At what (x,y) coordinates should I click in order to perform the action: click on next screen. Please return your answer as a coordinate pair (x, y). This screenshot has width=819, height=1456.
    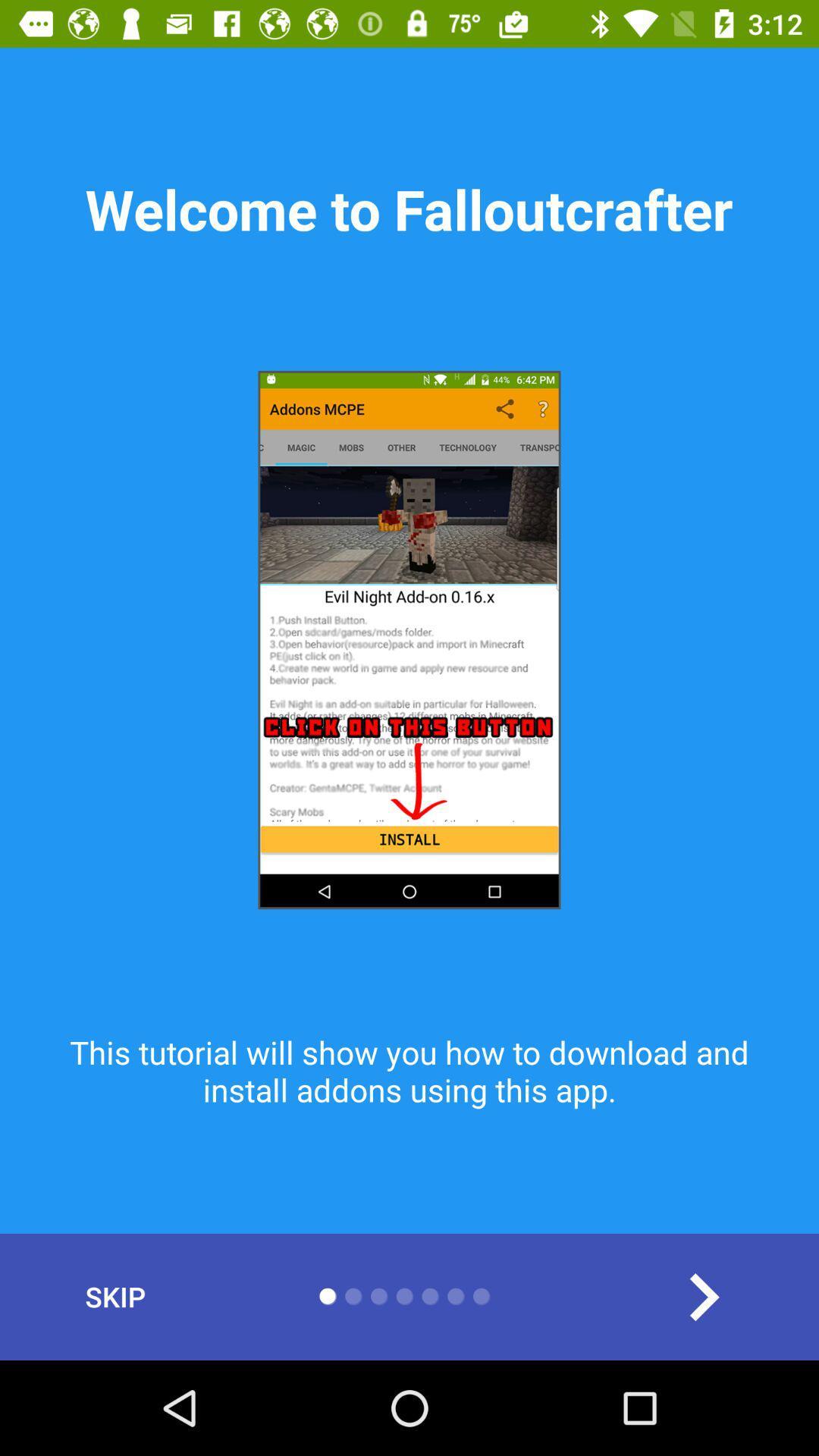
    Looking at the image, I should click on (703, 1296).